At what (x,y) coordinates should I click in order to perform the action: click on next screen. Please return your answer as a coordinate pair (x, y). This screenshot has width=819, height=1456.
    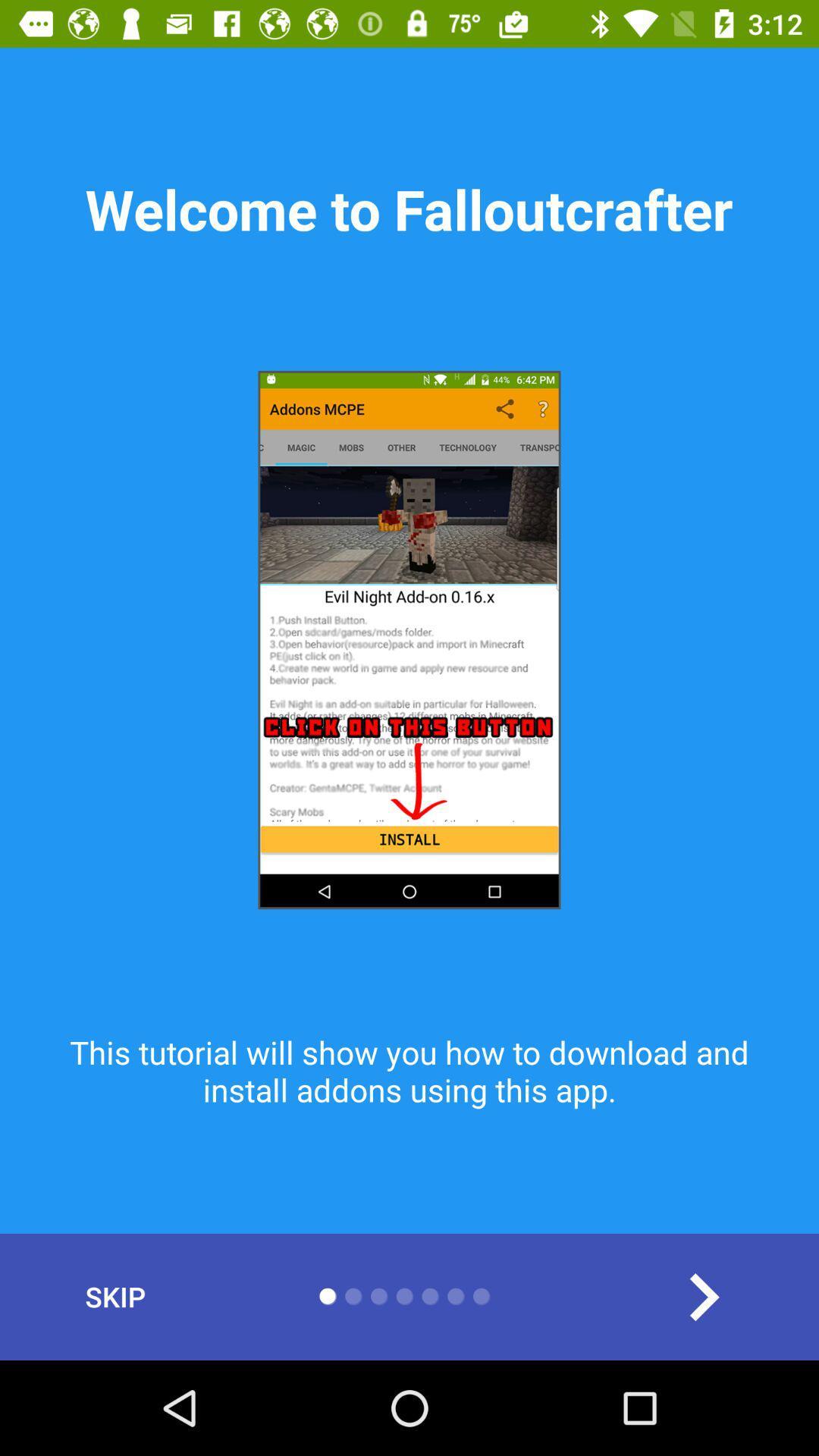
    Looking at the image, I should click on (703, 1296).